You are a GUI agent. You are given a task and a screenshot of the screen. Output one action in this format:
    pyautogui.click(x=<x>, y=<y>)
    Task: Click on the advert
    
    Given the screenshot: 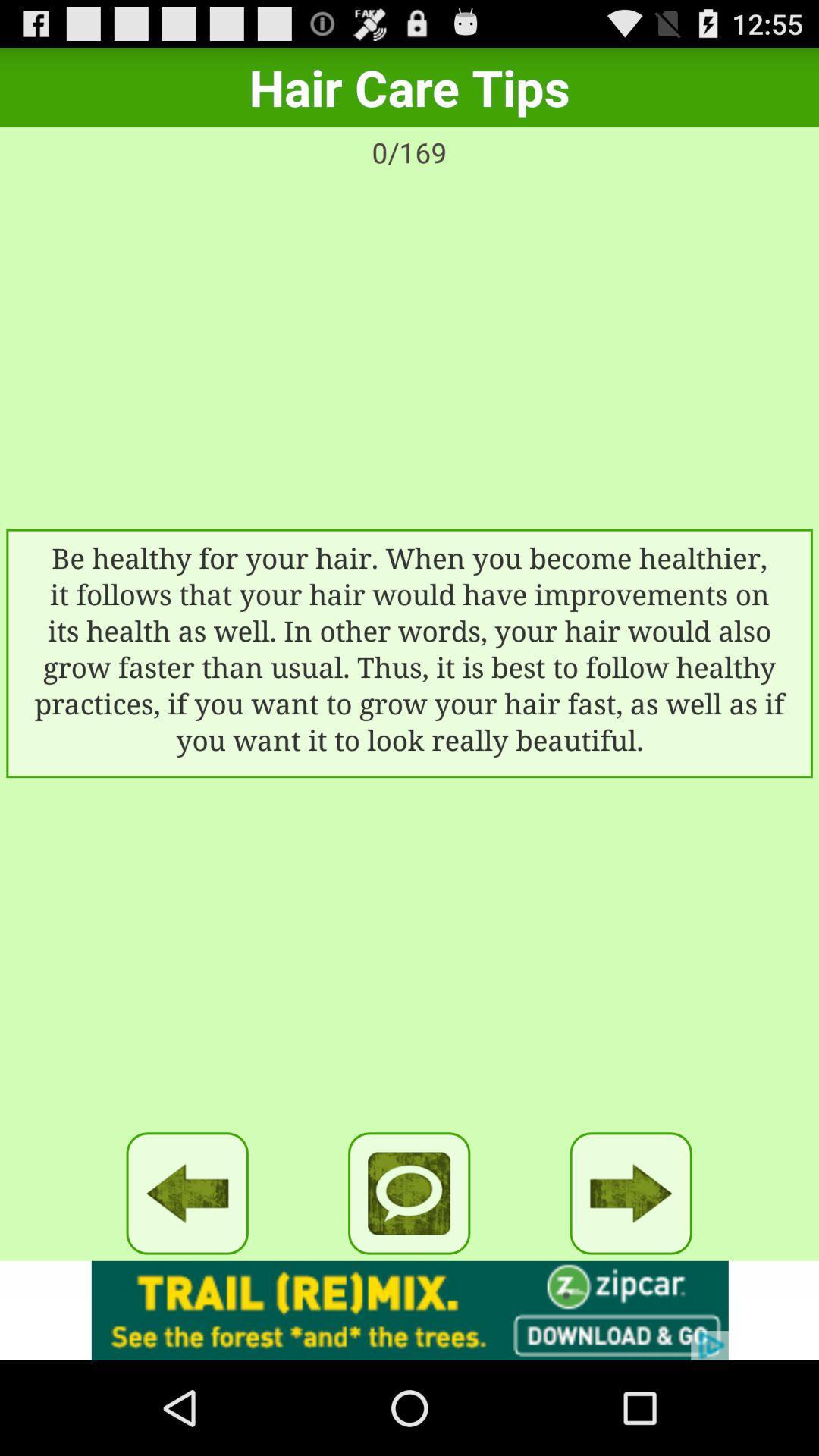 What is the action you would take?
    pyautogui.click(x=409, y=1310)
    